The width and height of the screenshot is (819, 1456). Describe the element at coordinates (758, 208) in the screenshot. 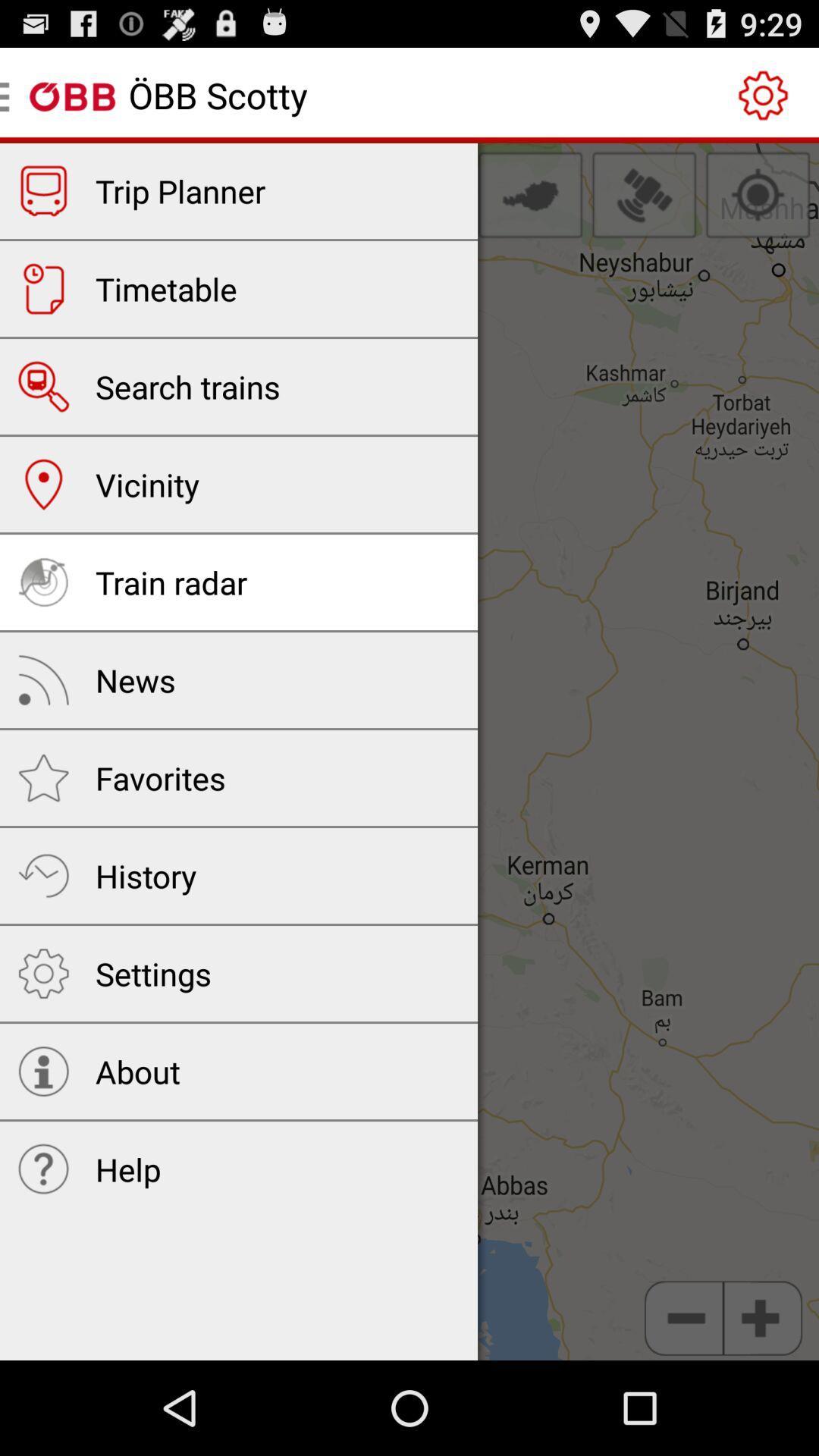

I see `the location_crosshair icon` at that location.